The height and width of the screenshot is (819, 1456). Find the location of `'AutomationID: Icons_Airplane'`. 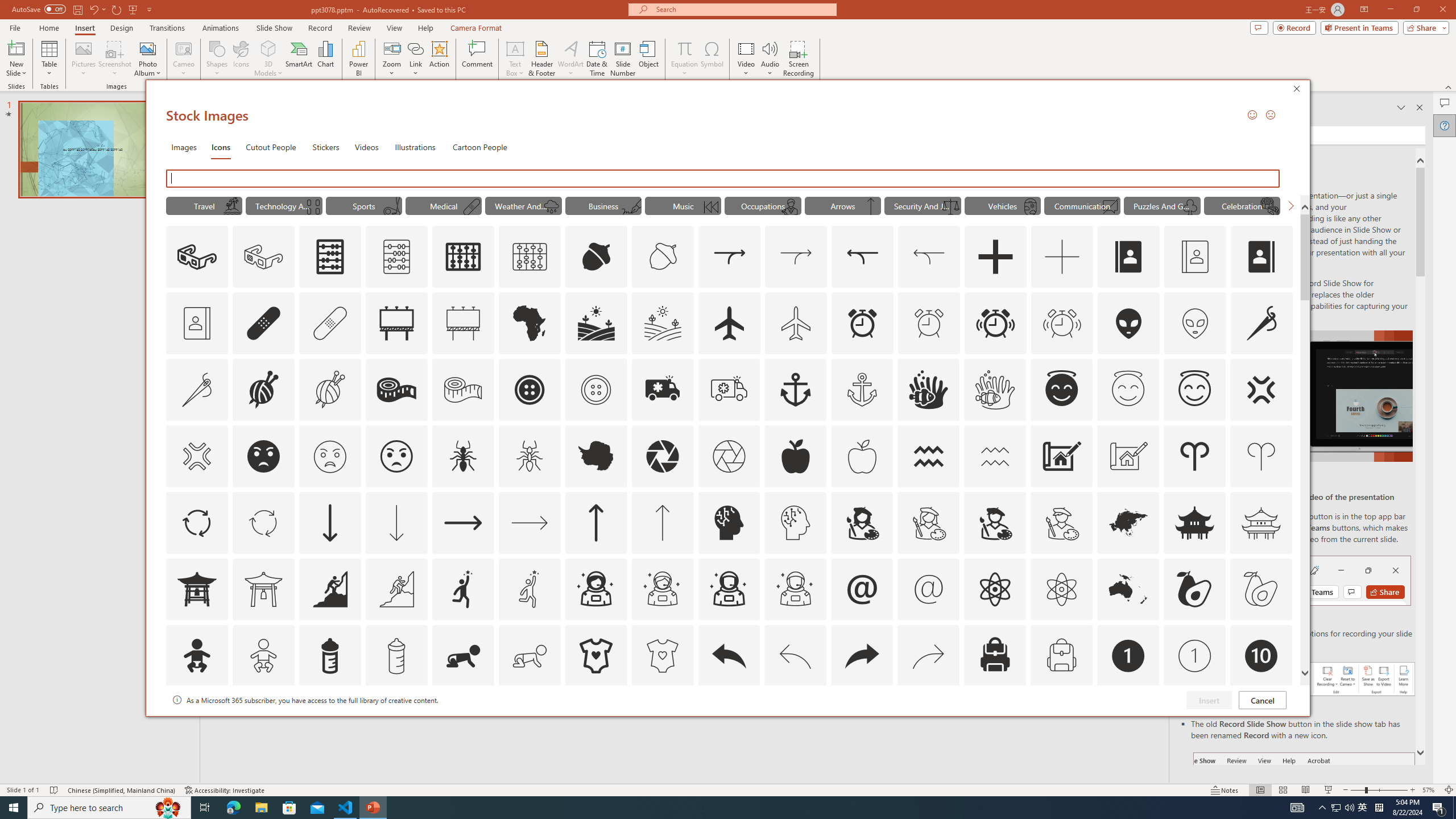

'AutomationID: Icons_Airplane' is located at coordinates (729, 322).